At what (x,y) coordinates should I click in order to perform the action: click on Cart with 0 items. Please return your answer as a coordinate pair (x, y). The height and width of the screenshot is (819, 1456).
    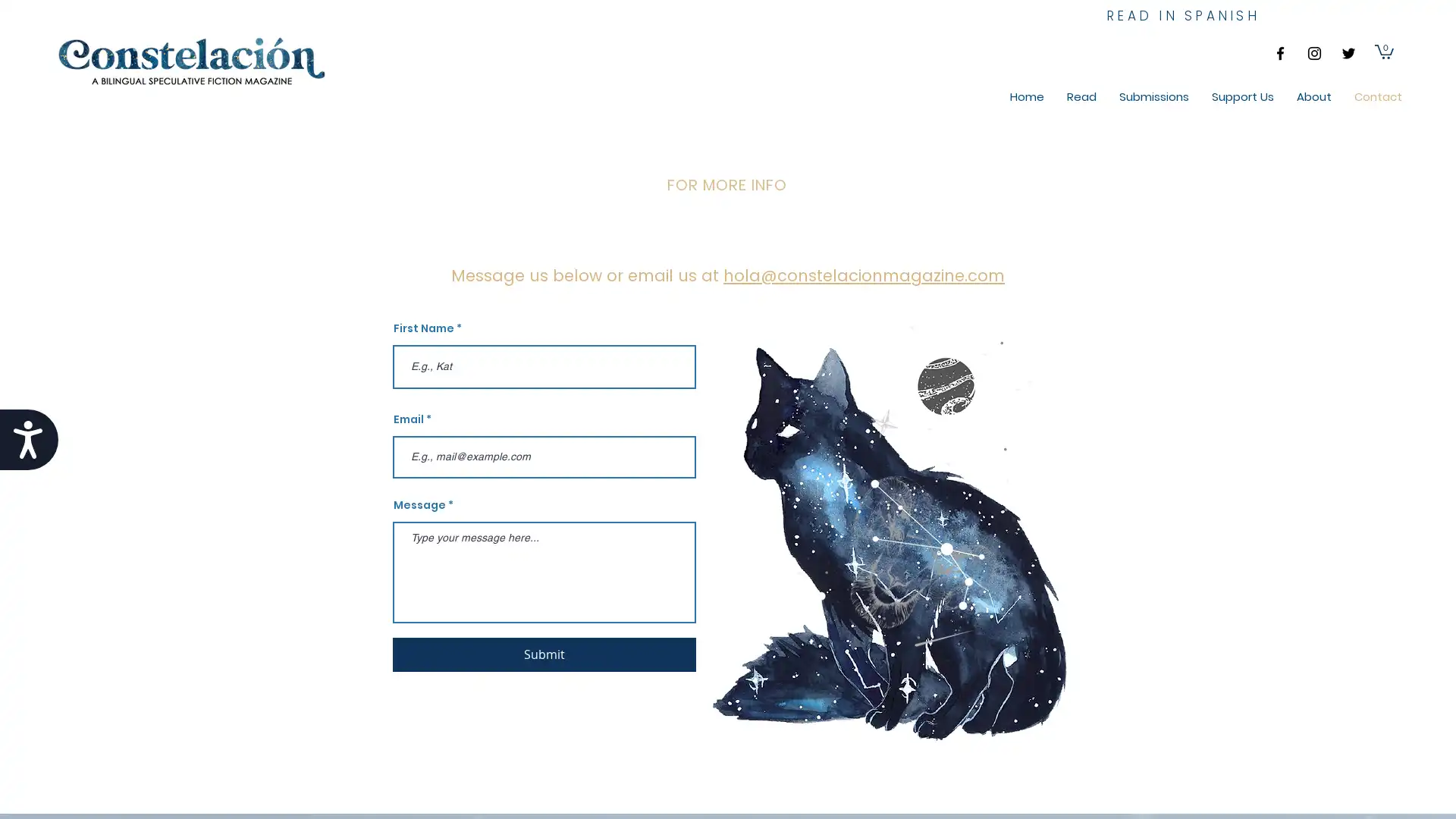
    Looking at the image, I should click on (1384, 49).